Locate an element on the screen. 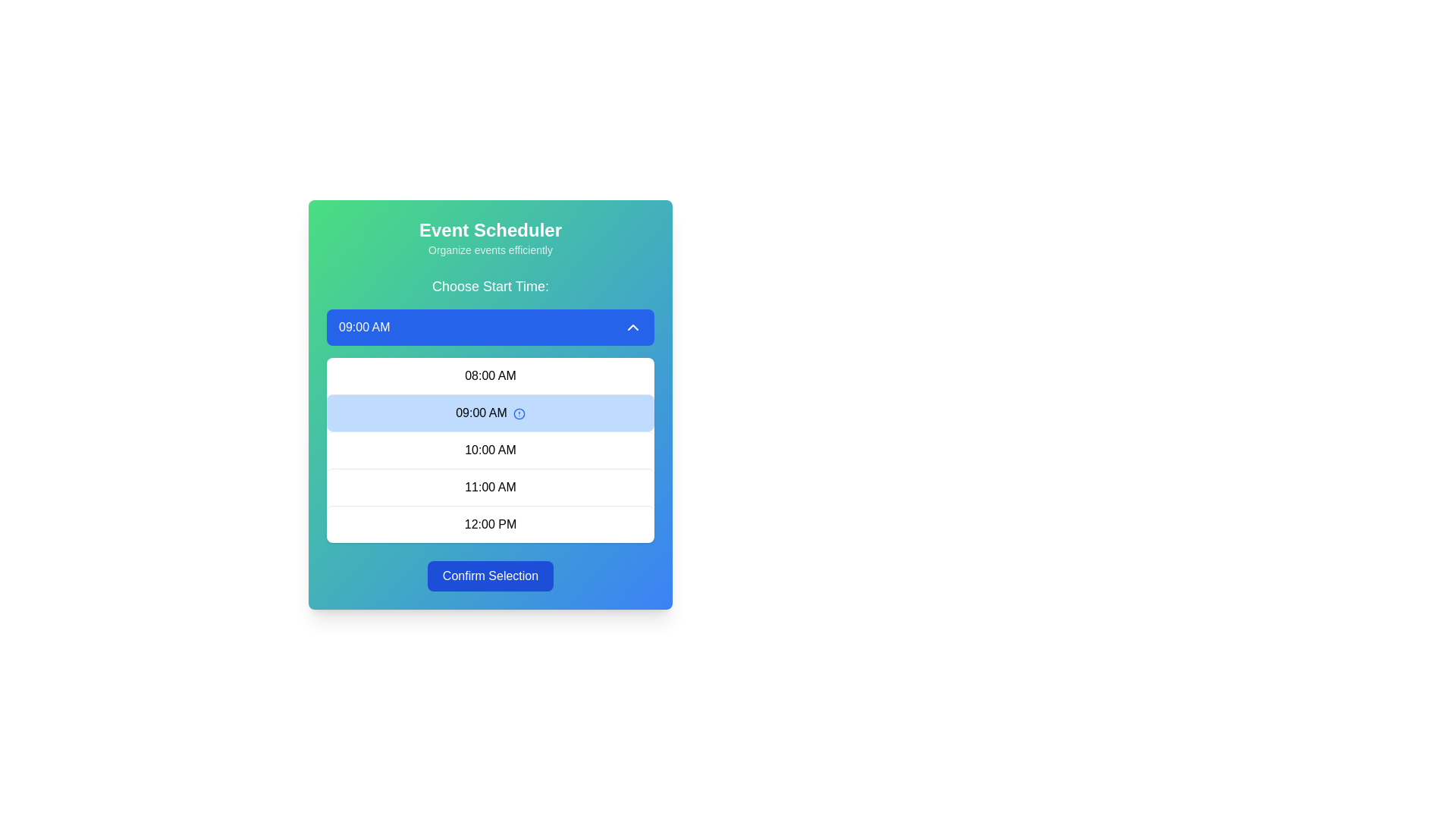 The image size is (1456, 819). the list item representing '11:00 AM' in the time selection menu is located at coordinates (491, 487).